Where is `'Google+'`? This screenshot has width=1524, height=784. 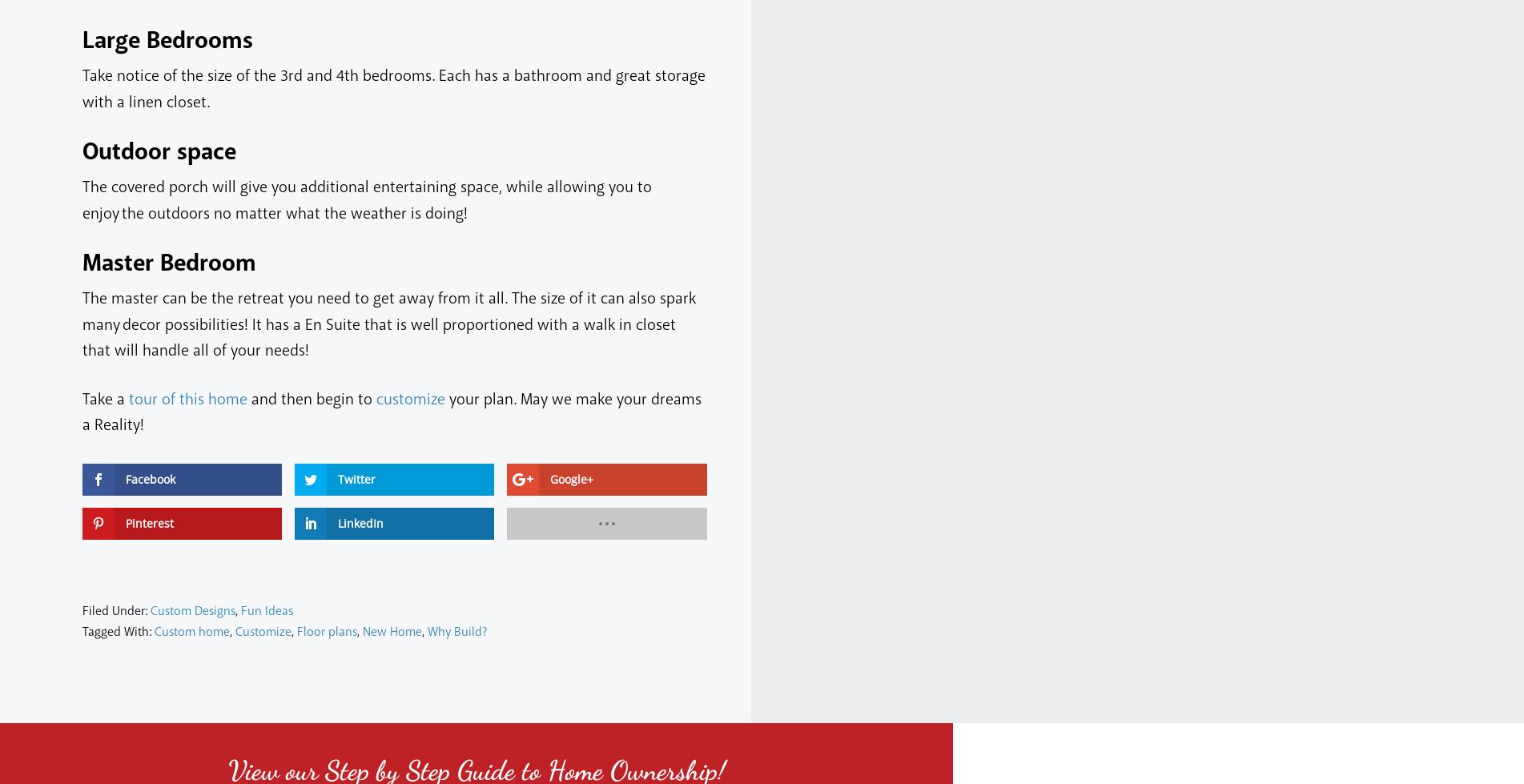 'Google+' is located at coordinates (571, 477).